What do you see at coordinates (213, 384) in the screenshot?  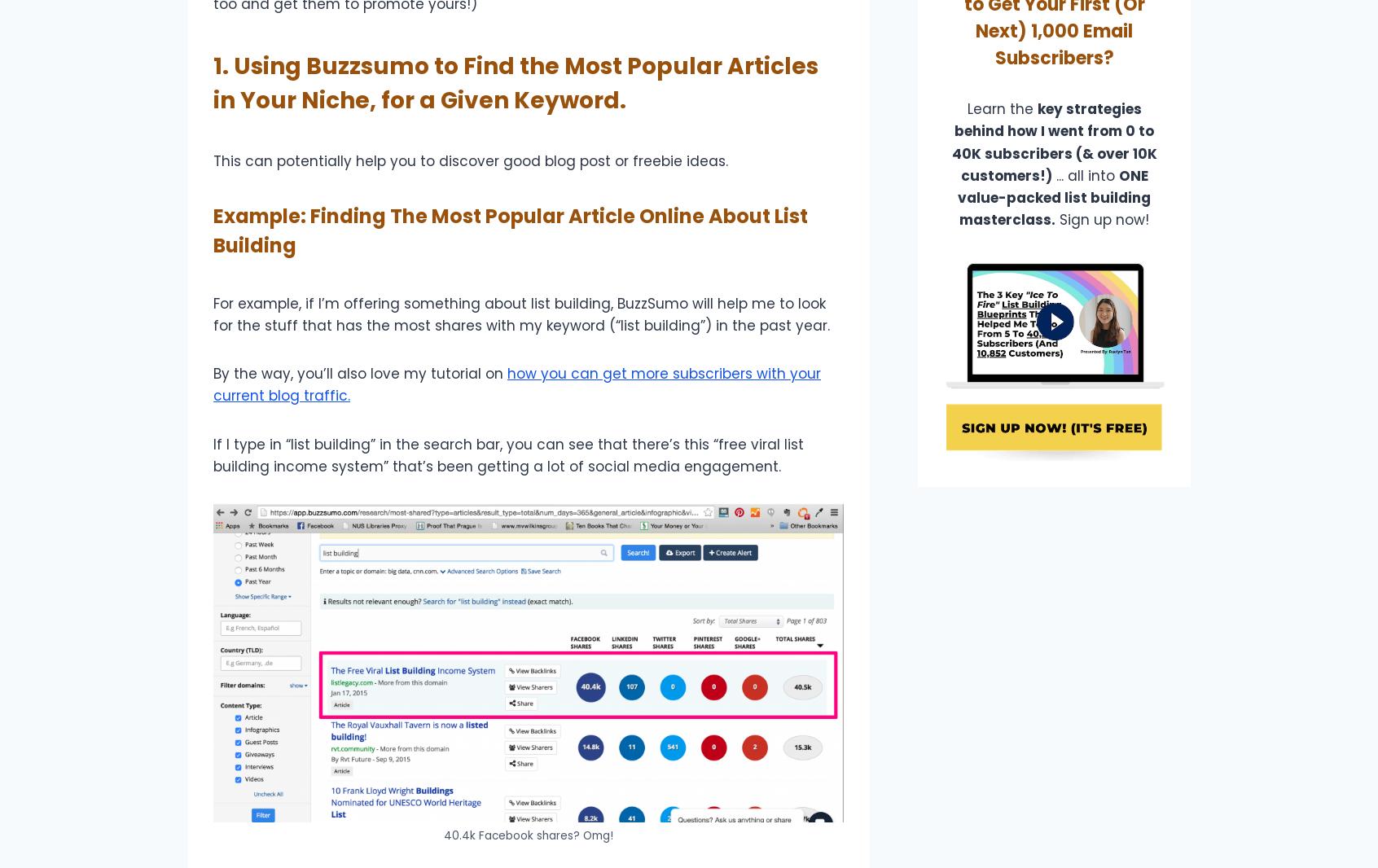 I see `'how you can get more subscribers with your current blog traffic.'` at bounding box center [213, 384].